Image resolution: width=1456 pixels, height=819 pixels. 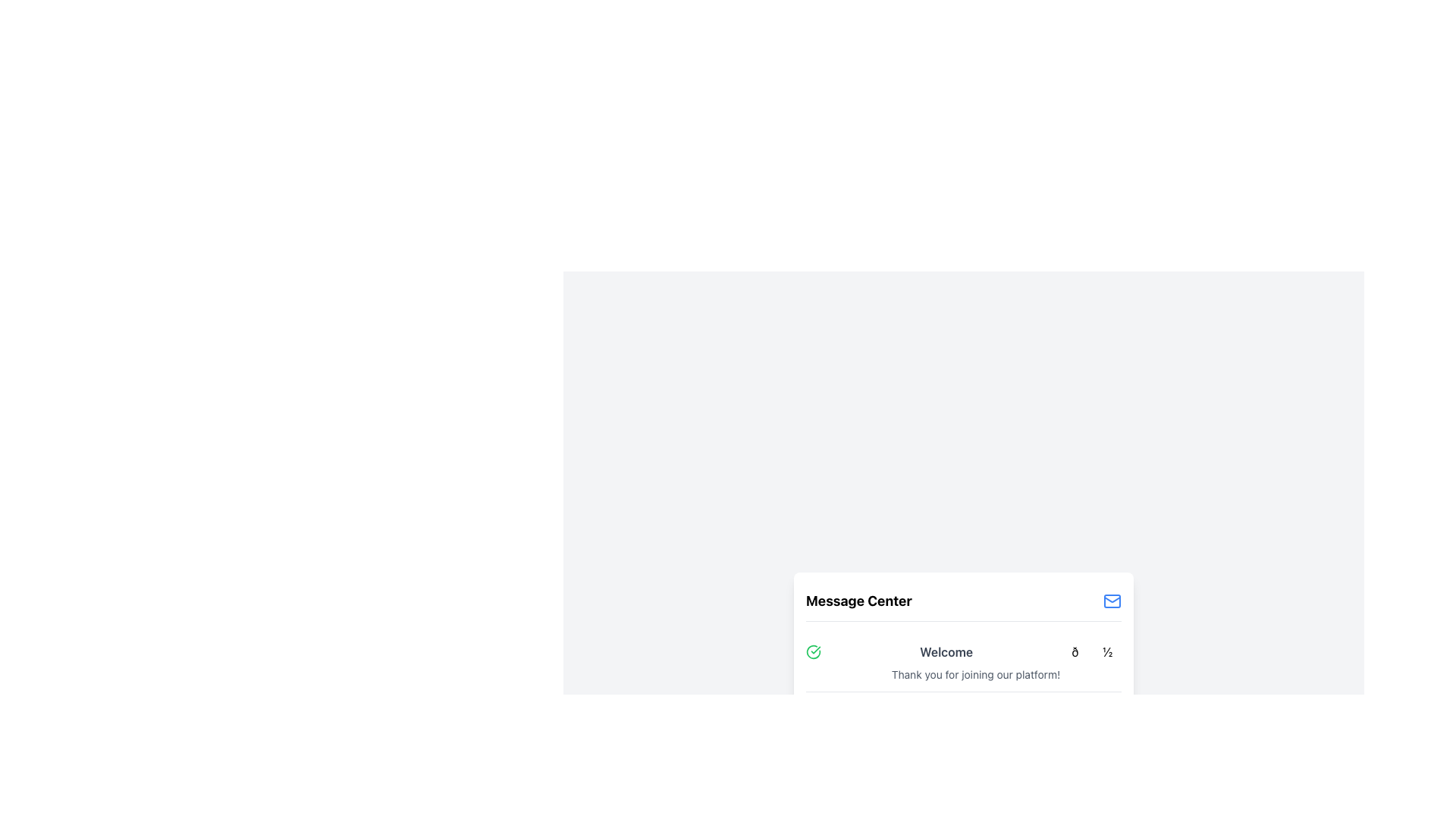 I want to click on the notification icon located at the top-right corner of the 'Message Center' section, so click(x=1112, y=601).